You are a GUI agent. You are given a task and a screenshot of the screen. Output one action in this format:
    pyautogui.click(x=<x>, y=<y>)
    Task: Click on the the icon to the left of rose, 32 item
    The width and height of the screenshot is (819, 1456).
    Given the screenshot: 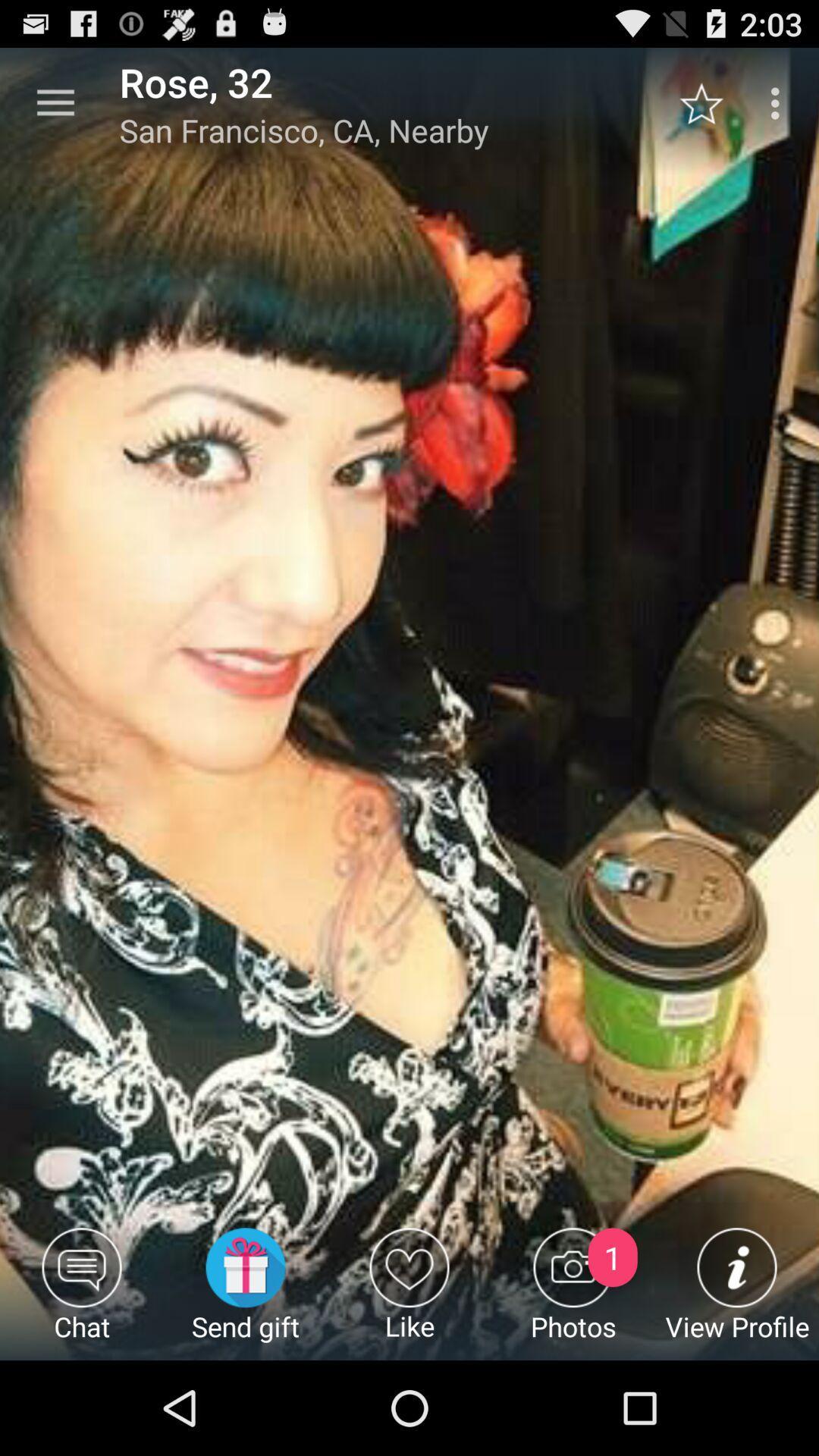 What is the action you would take?
    pyautogui.click(x=55, y=102)
    